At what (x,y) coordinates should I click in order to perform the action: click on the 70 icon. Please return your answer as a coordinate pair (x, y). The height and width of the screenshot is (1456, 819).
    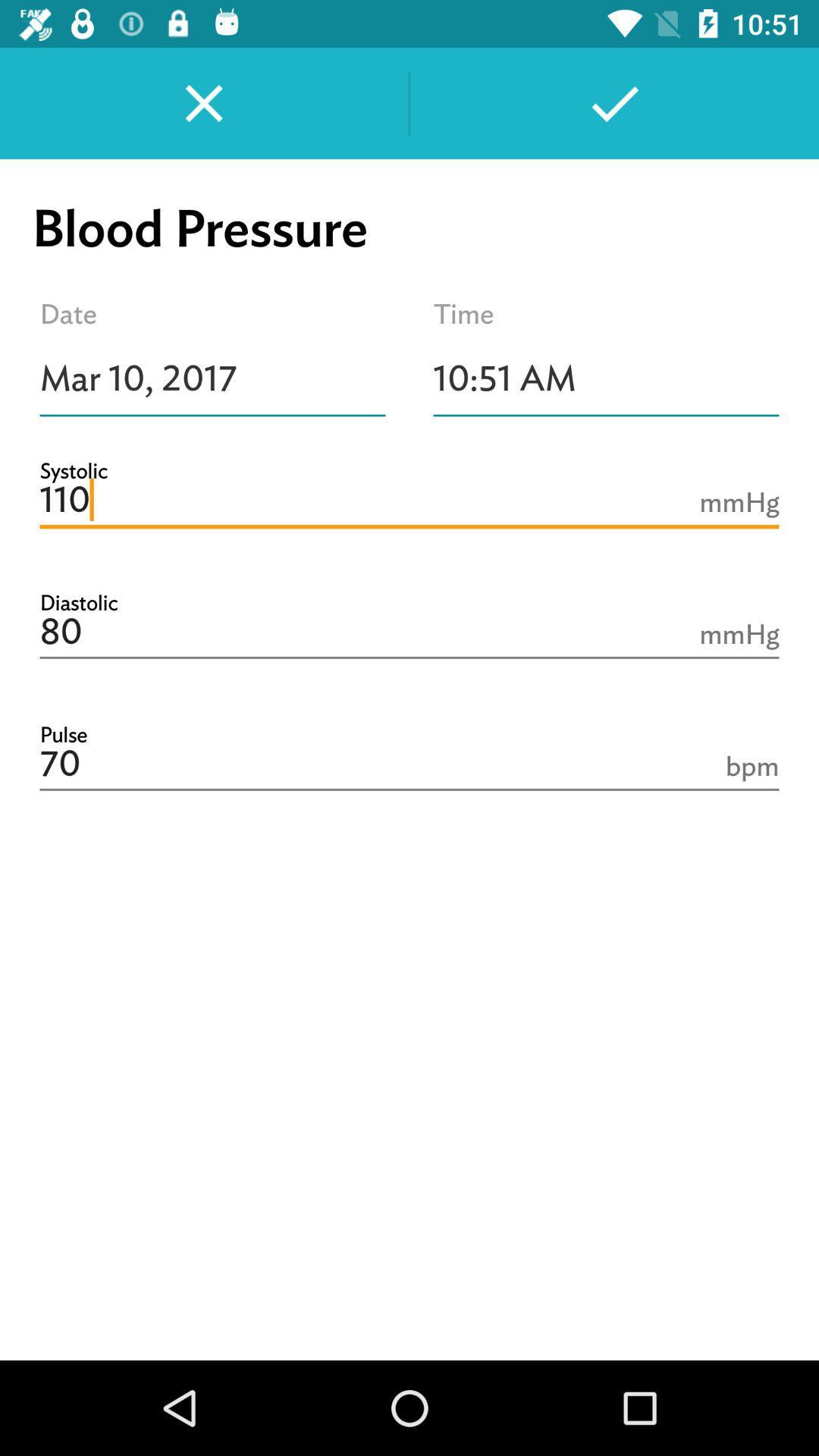
    Looking at the image, I should click on (409, 764).